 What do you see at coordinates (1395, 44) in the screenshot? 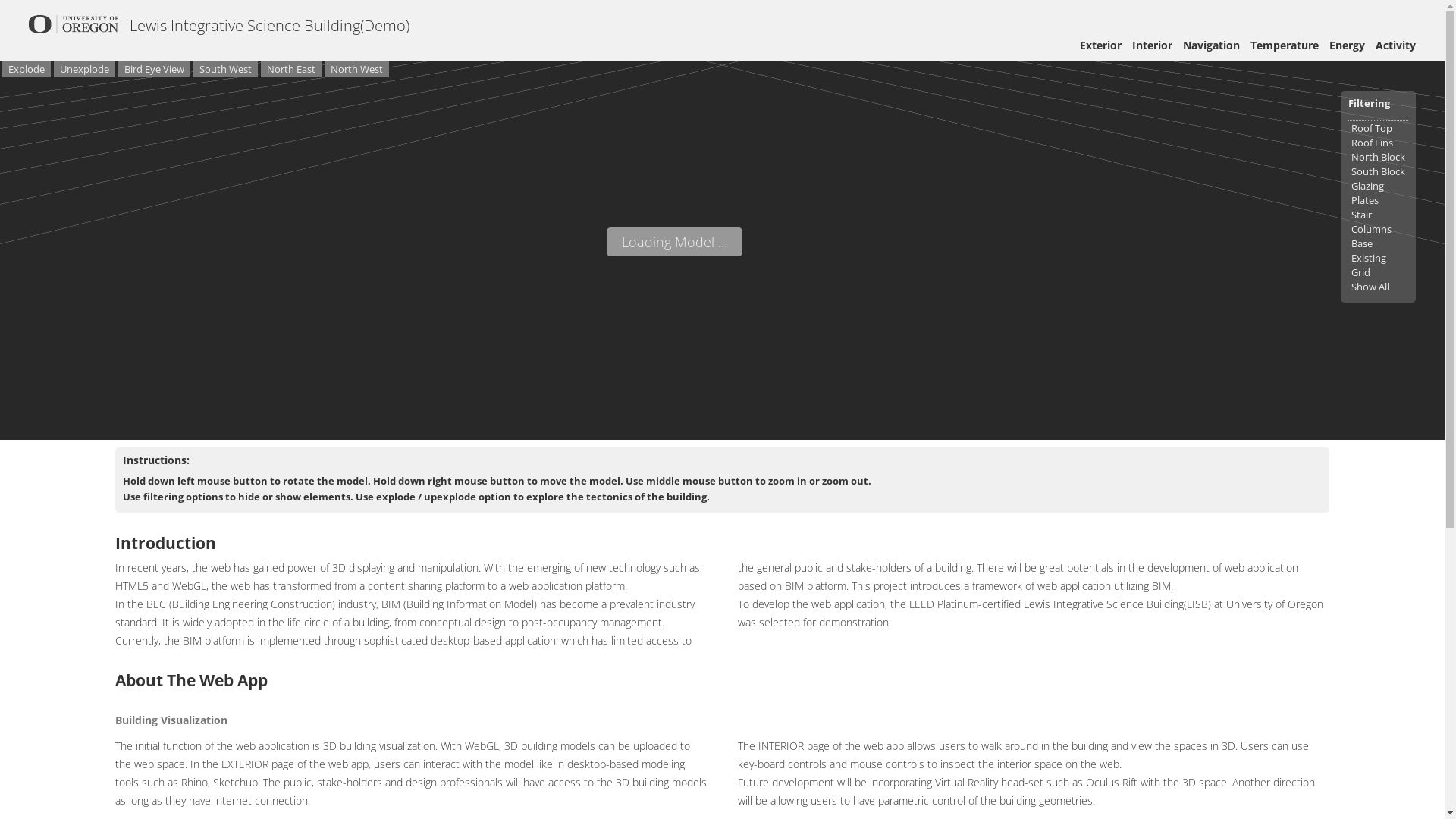
I see `'Activity'` at bounding box center [1395, 44].